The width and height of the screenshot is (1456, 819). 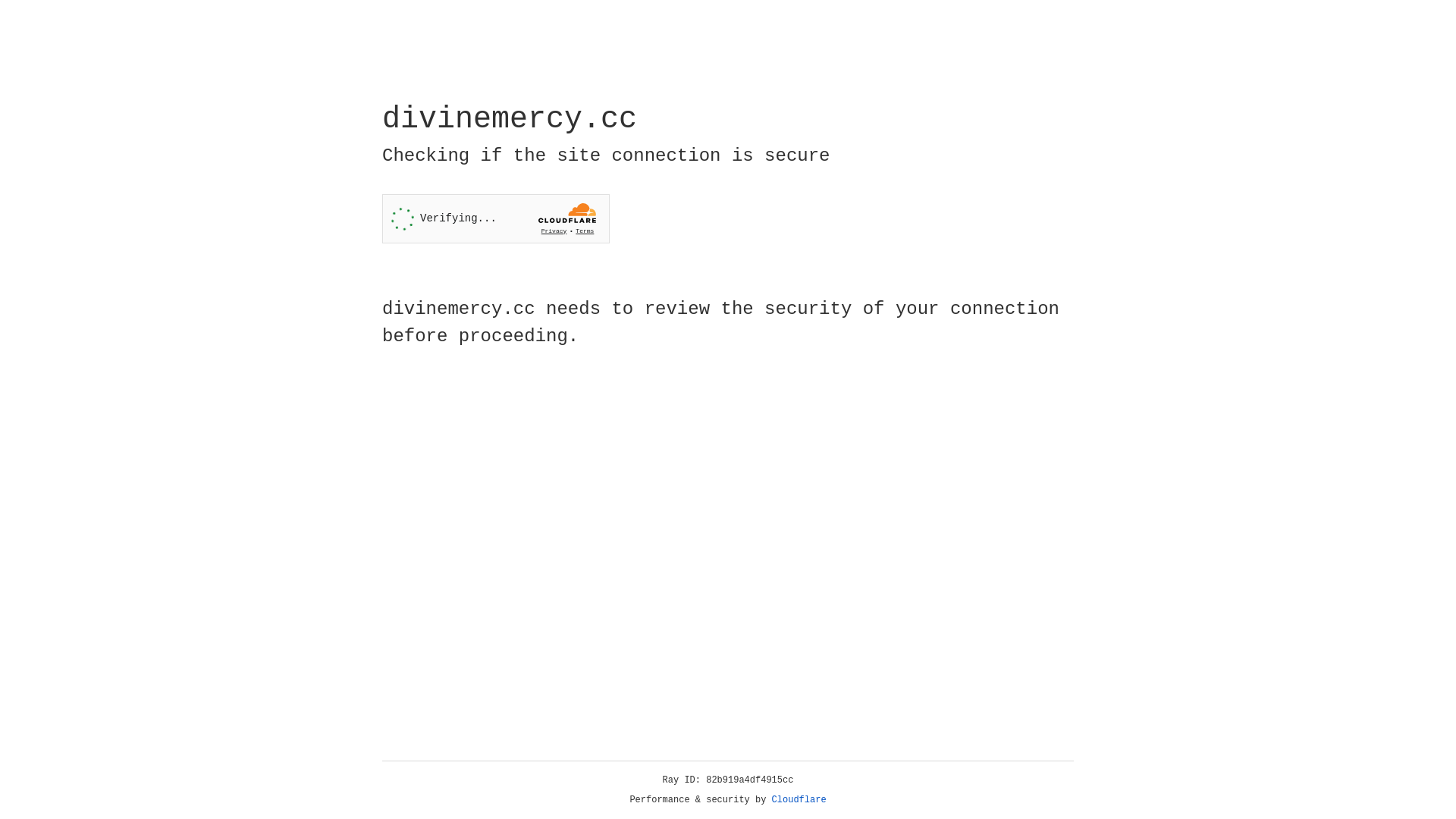 What do you see at coordinates (495, 218) in the screenshot?
I see `'Widget containing a Cloudflare security challenge'` at bounding box center [495, 218].